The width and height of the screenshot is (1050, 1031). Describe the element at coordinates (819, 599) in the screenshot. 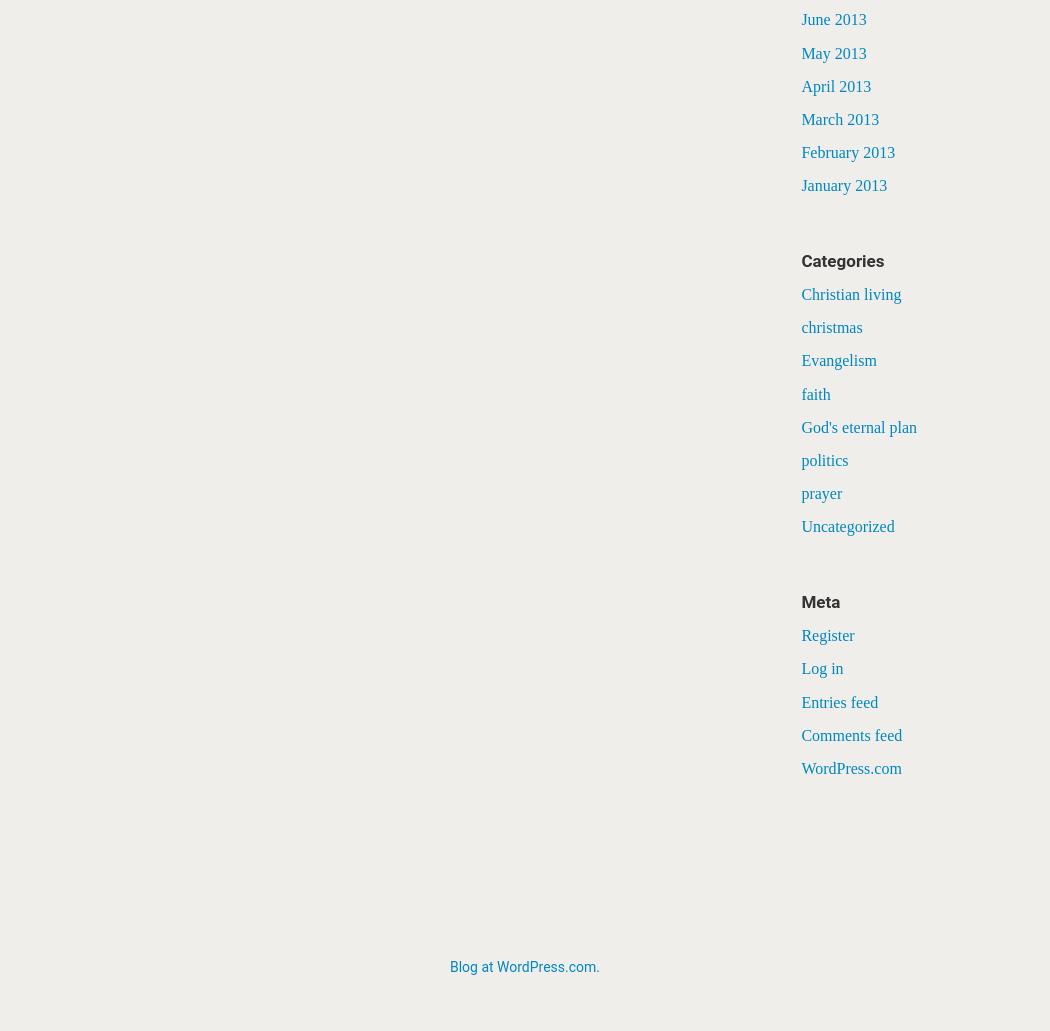

I see `'Meta'` at that location.